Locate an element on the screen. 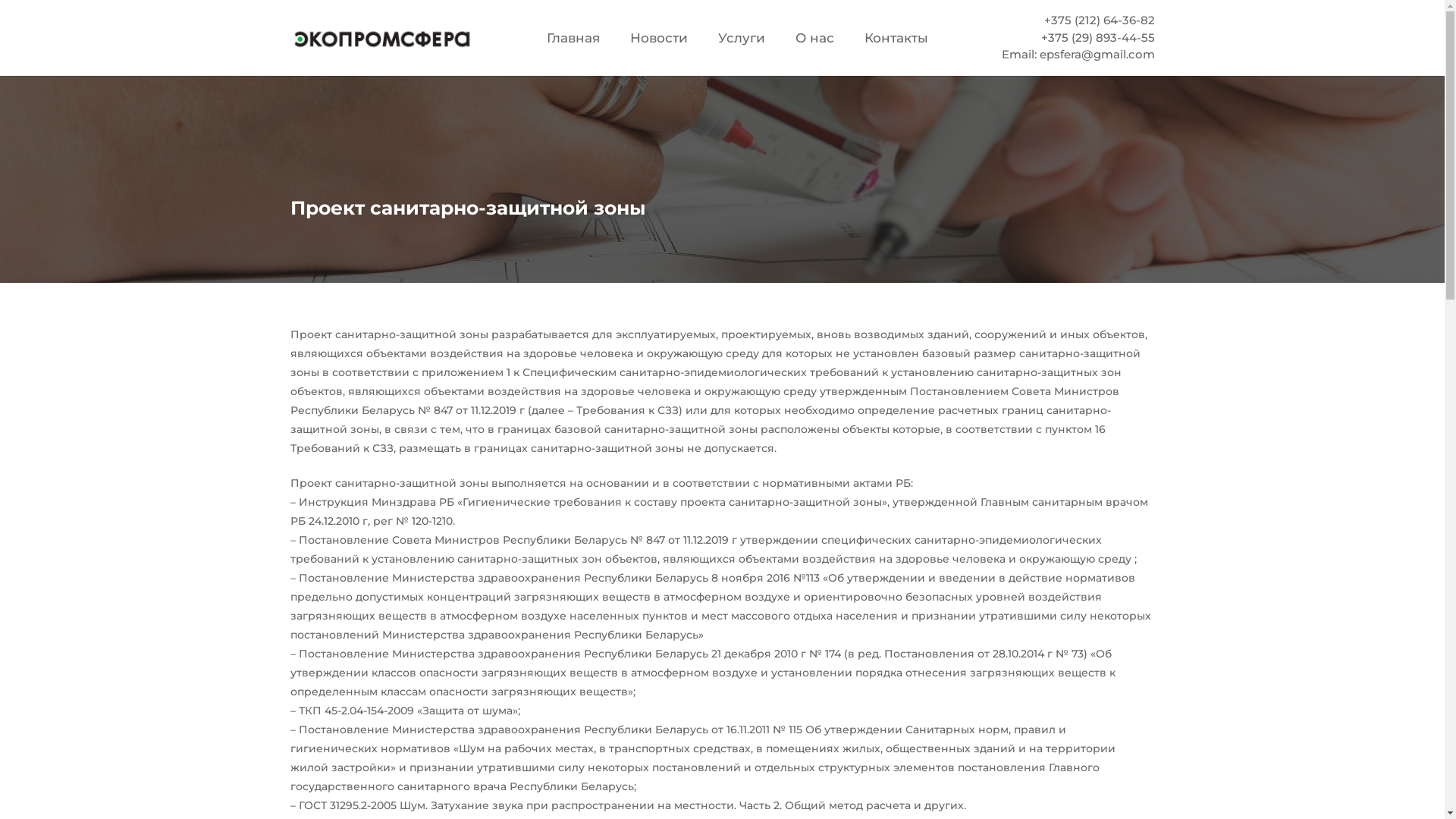  '+375 (212) 64-36-82' is located at coordinates (1043, 20).